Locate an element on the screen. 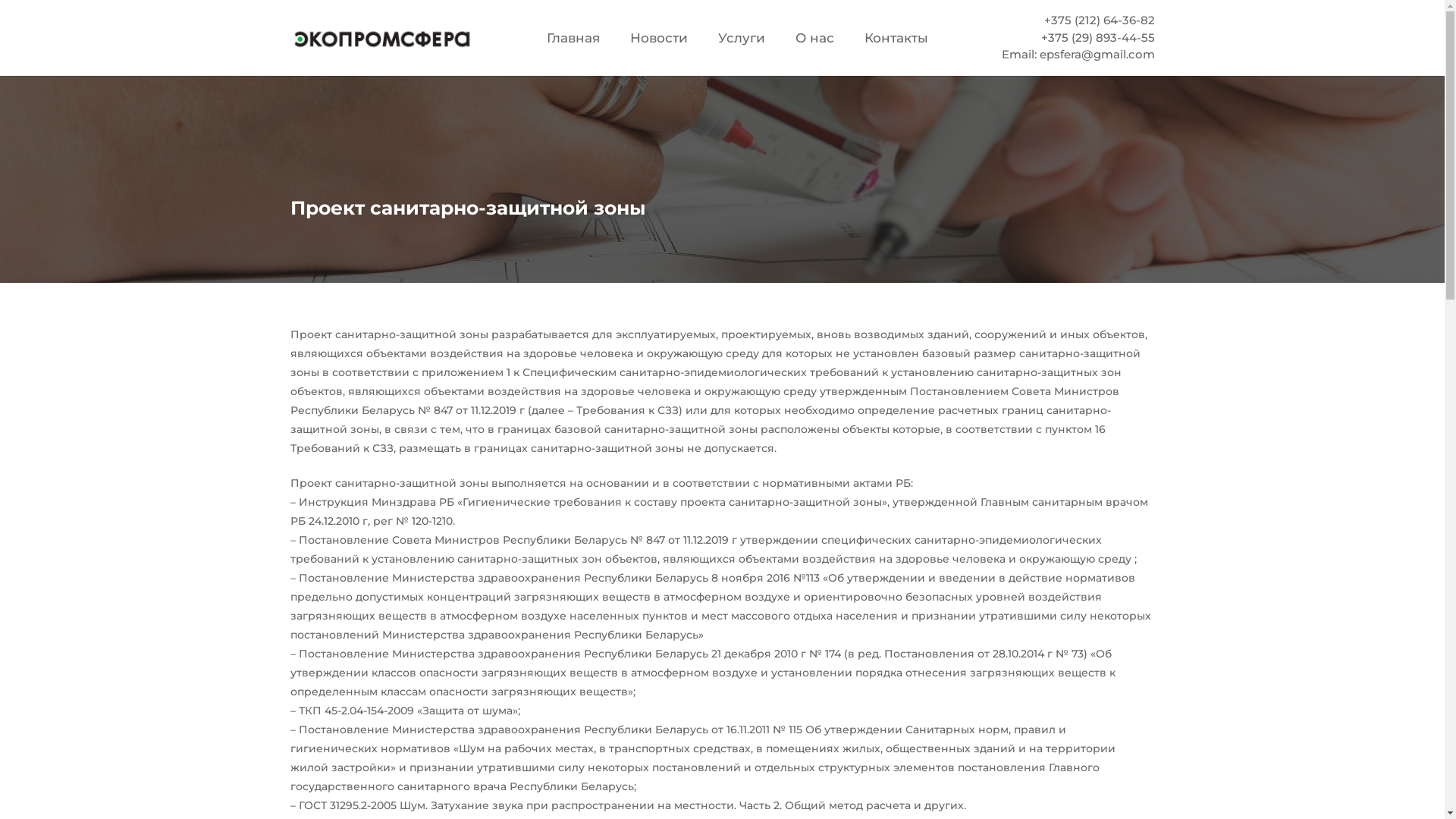  '+375 (212) 64-36-82' is located at coordinates (1043, 20).